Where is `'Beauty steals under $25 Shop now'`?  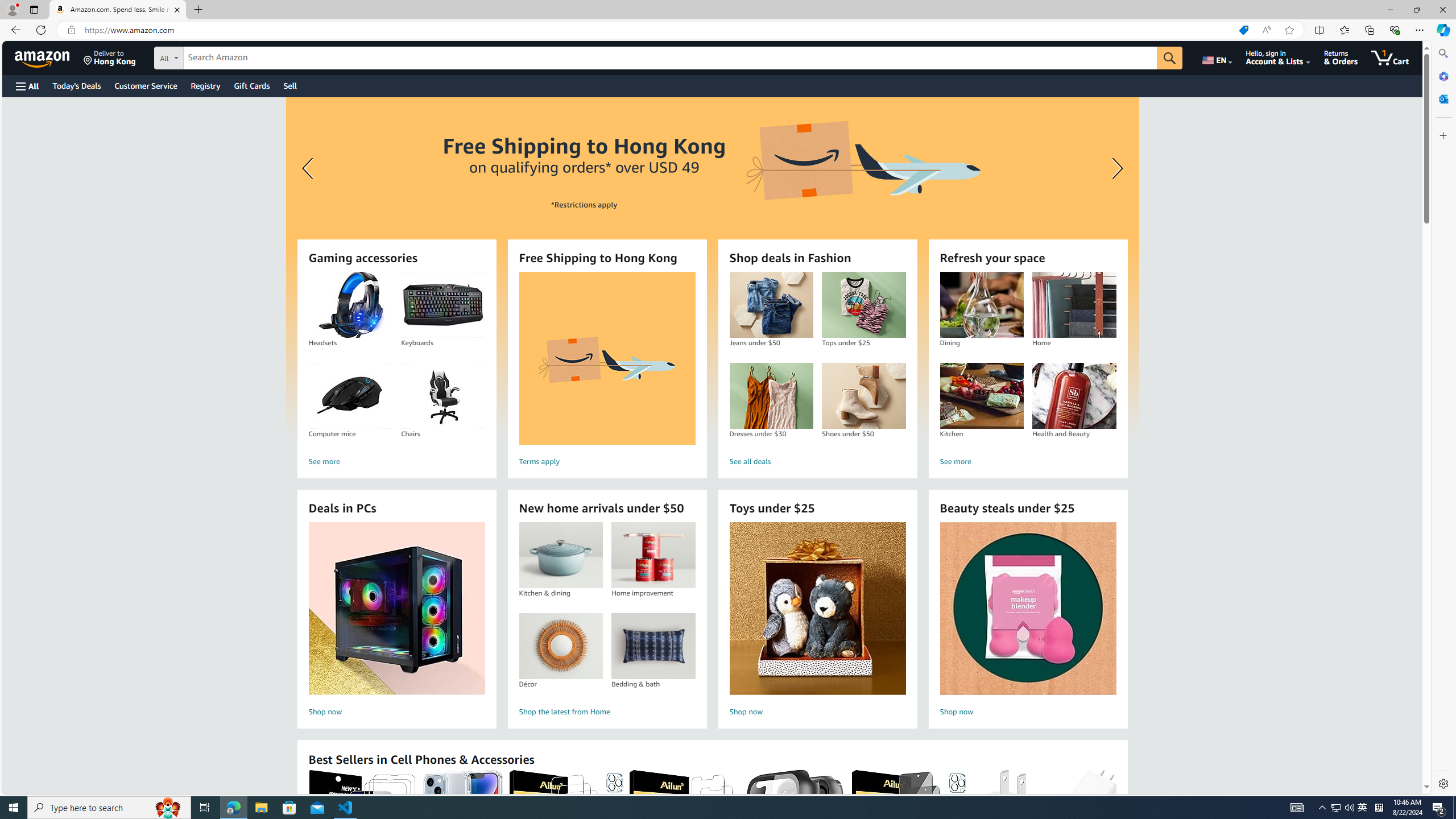
'Beauty steals under $25 Shop now' is located at coordinates (1028, 621).